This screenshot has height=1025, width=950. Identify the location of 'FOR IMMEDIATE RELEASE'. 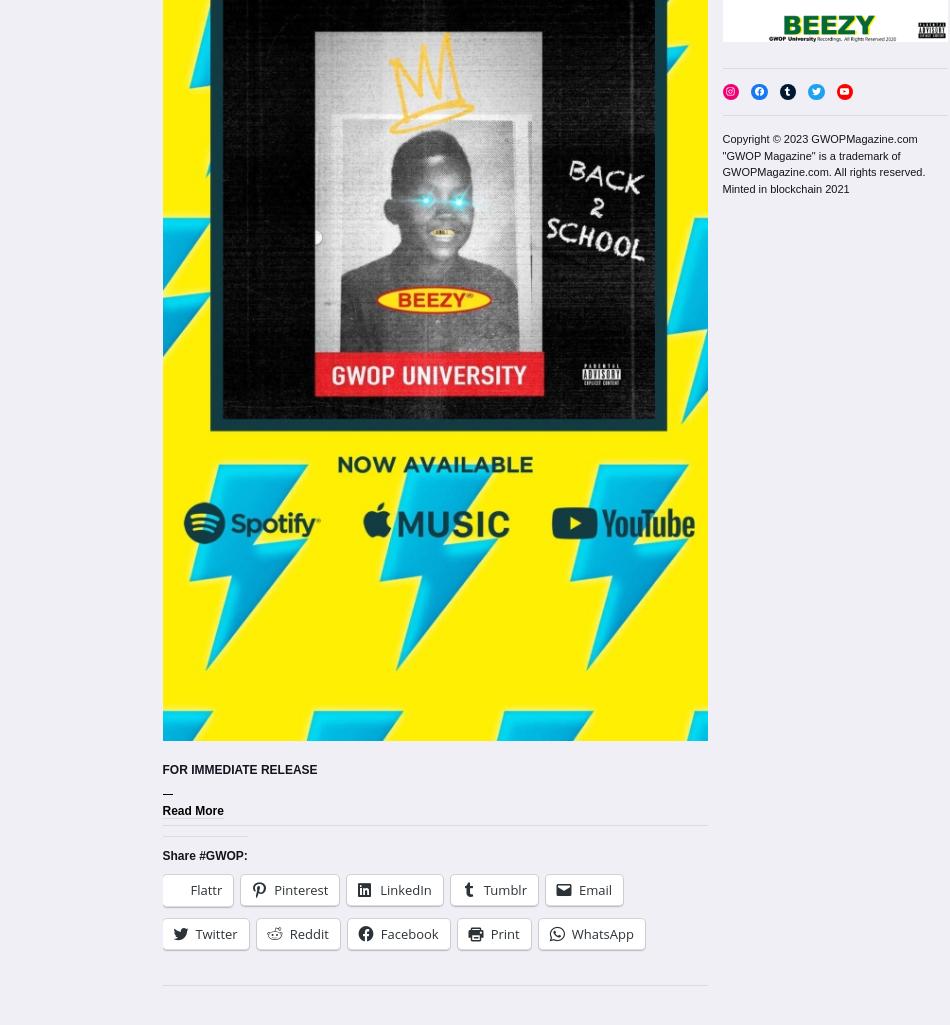
(238, 768).